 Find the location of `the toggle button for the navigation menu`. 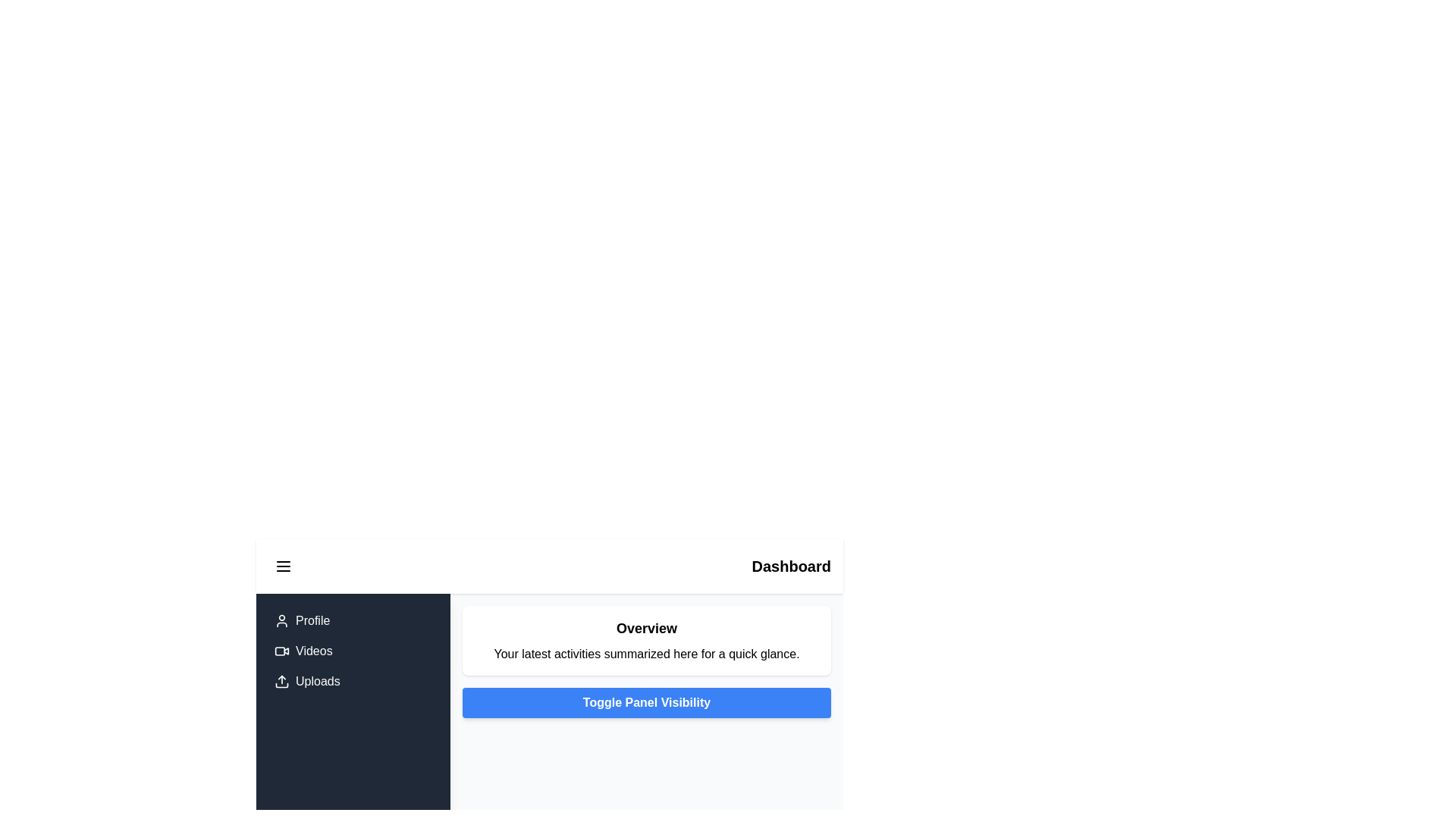

the toggle button for the navigation menu is located at coordinates (284, 566).